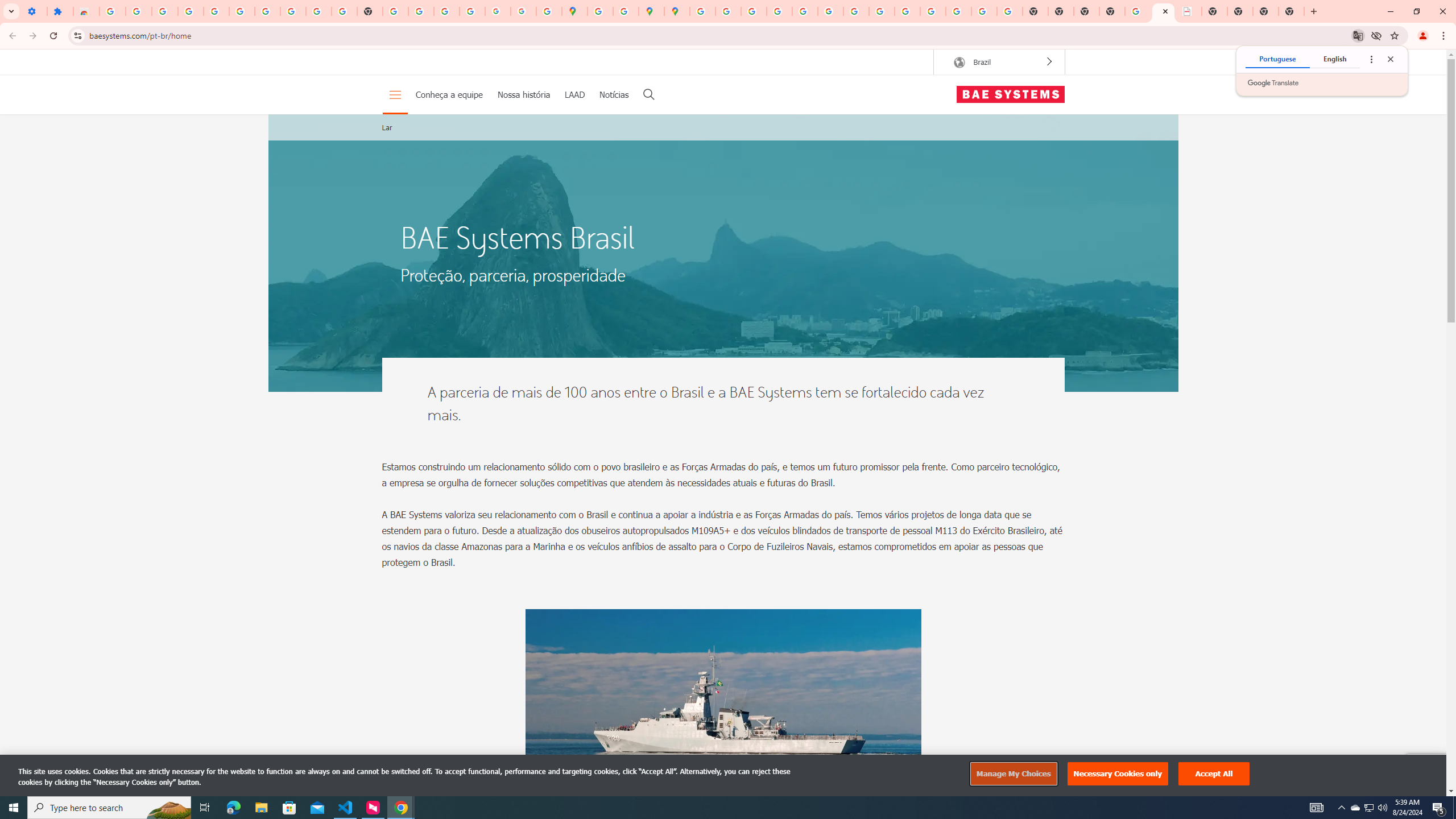 The image size is (1456, 819). What do you see at coordinates (855, 11) in the screenshot?
I see `'YouTube'` at bounding box center [855, 11].